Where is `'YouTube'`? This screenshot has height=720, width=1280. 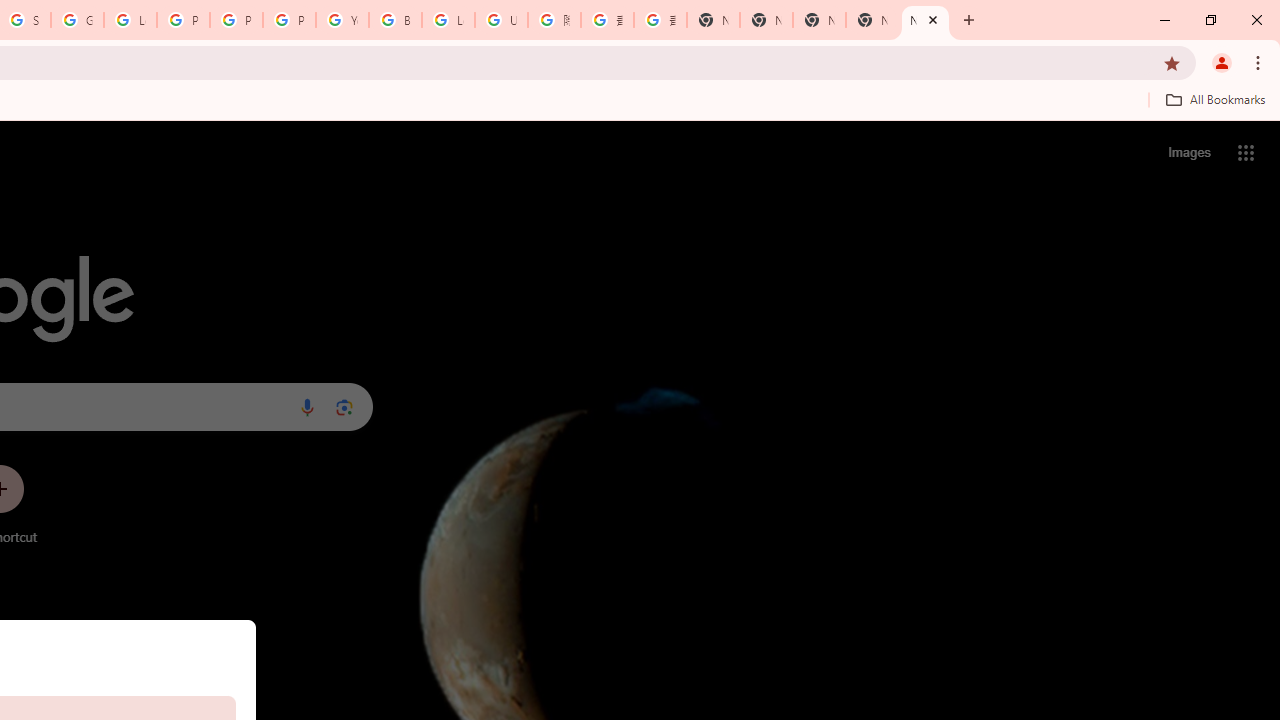 'YouTube' is located at coordinates (342, 20).